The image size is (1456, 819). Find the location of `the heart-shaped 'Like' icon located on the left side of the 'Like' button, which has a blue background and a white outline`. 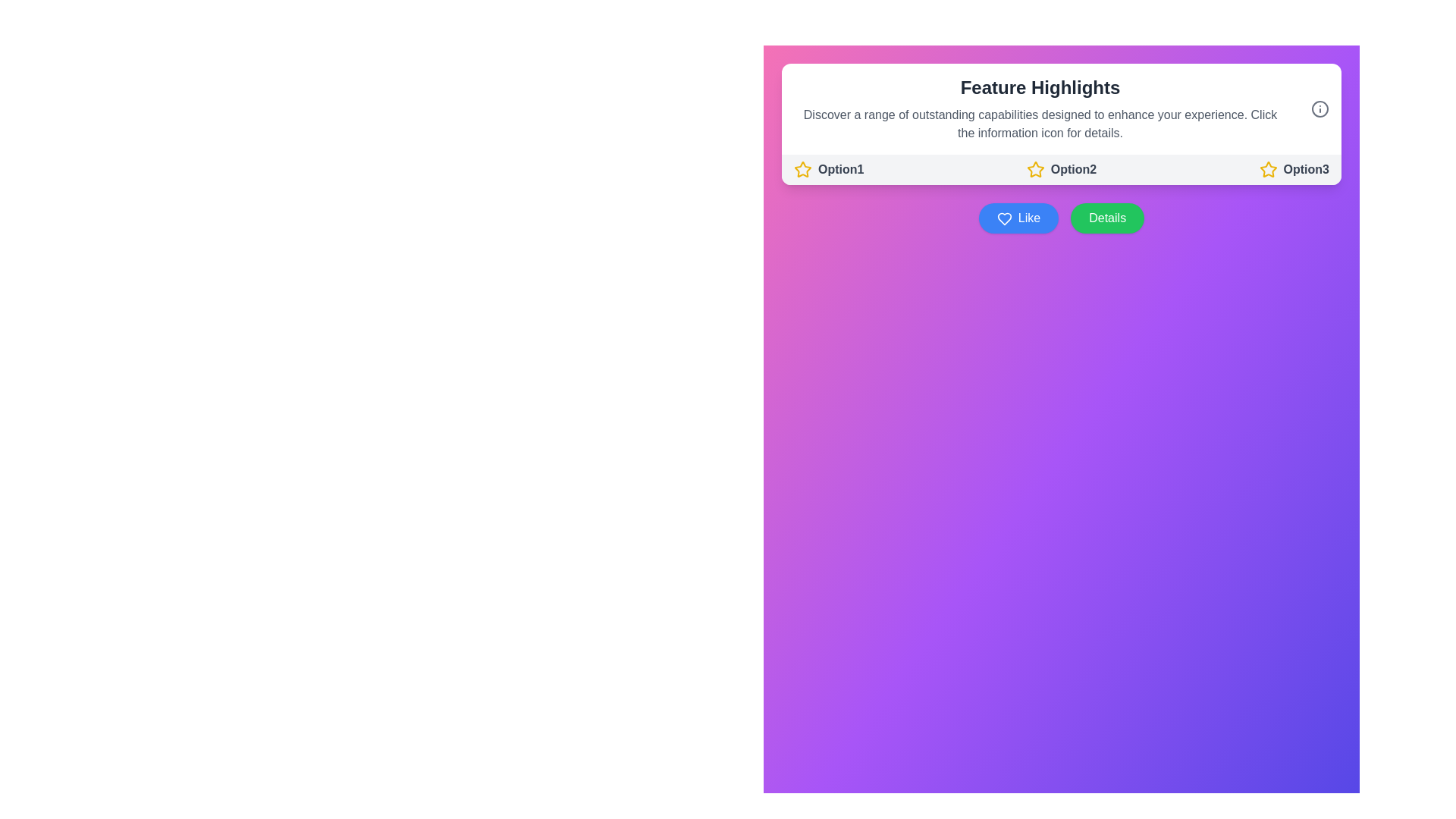

the heart-shaped 'Like' icon located on the left side of the 'Like' button, which has a blue background and a white outline is located at coordinates (1004, 219).